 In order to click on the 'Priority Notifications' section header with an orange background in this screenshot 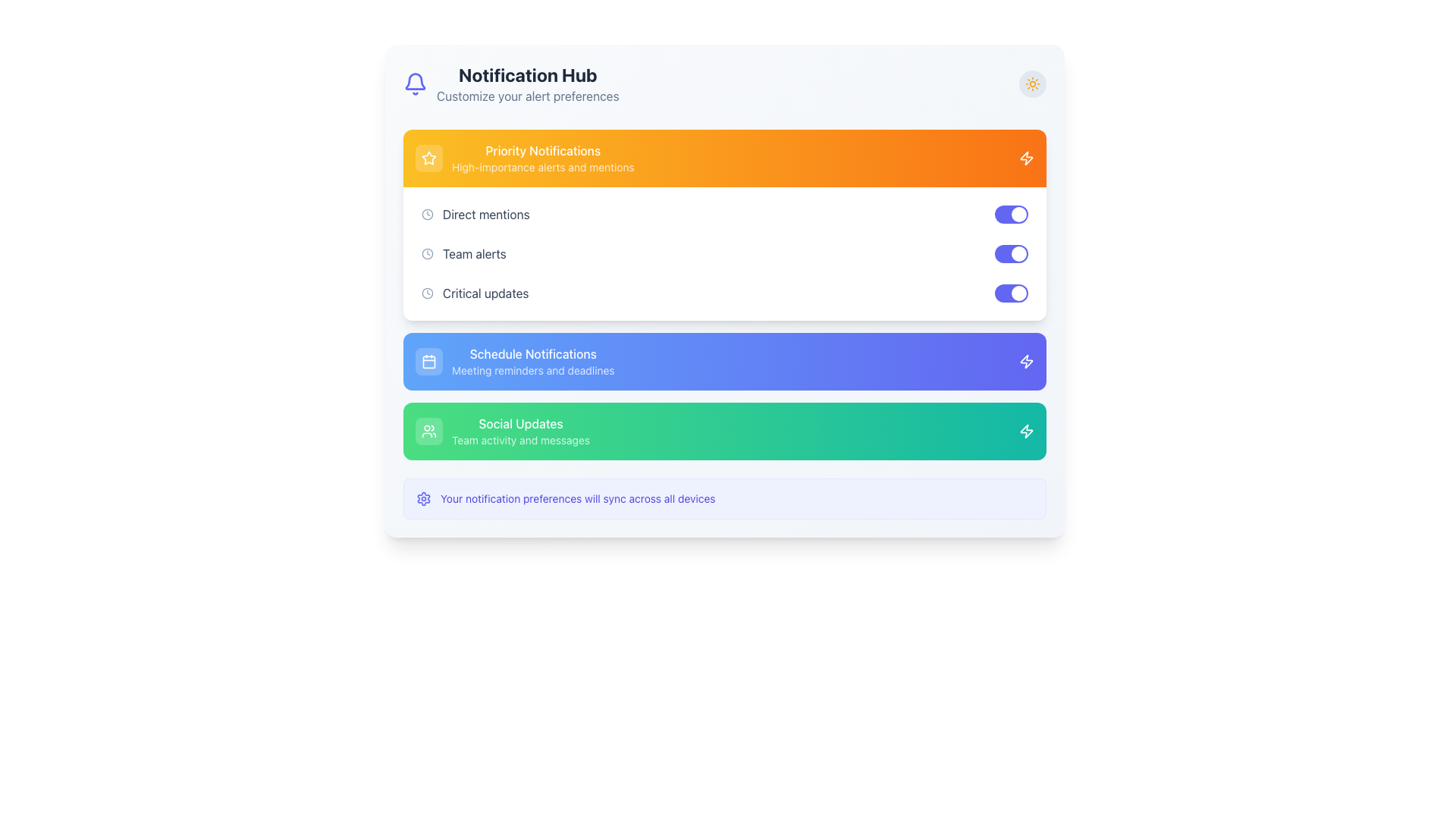, I will do `click(525, 158)`.